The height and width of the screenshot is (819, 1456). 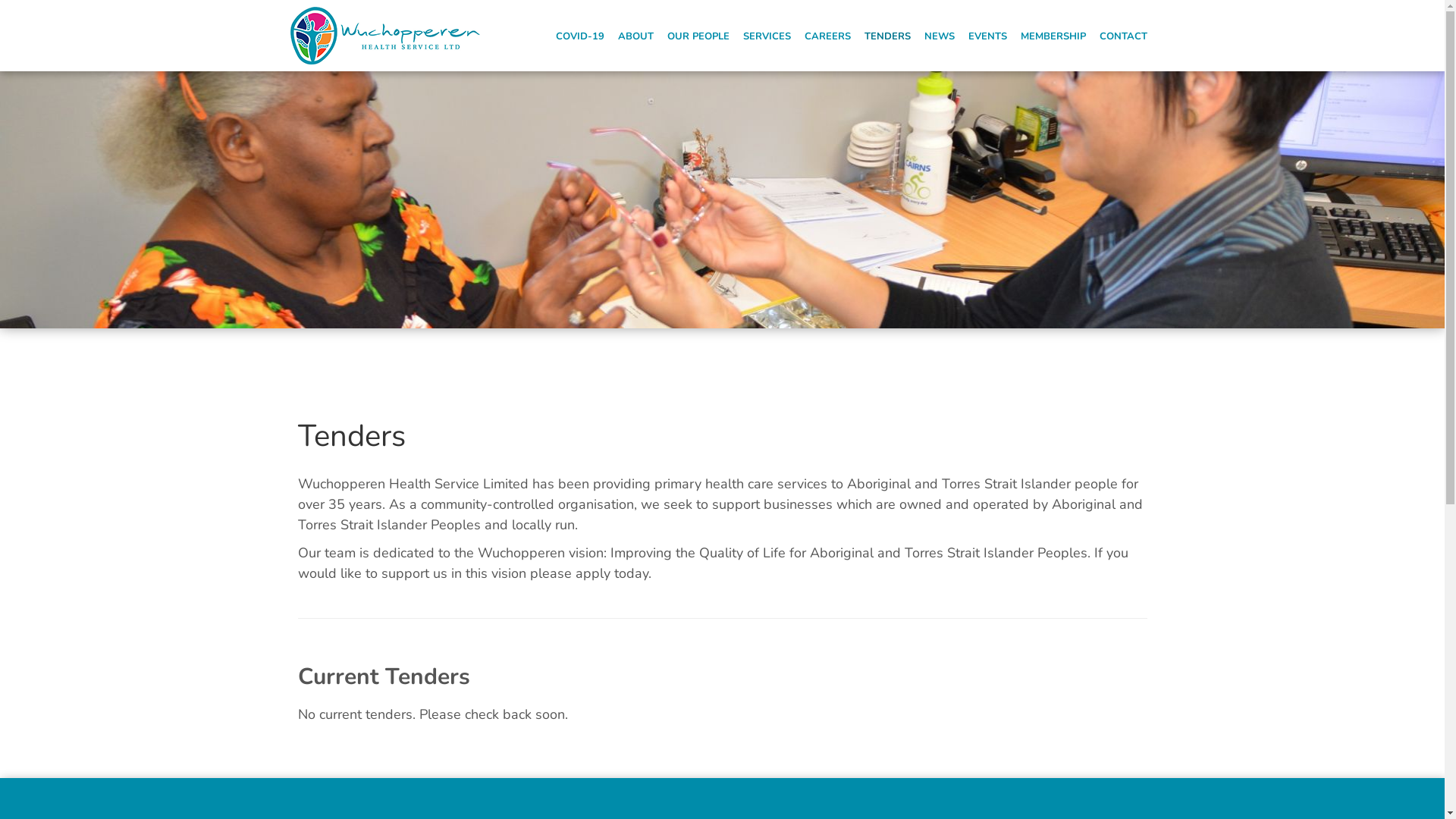 What do you see at coordinates (799, 35) in the screenshot?
I see `'CAREERS'` at bounding box center [799, 35].